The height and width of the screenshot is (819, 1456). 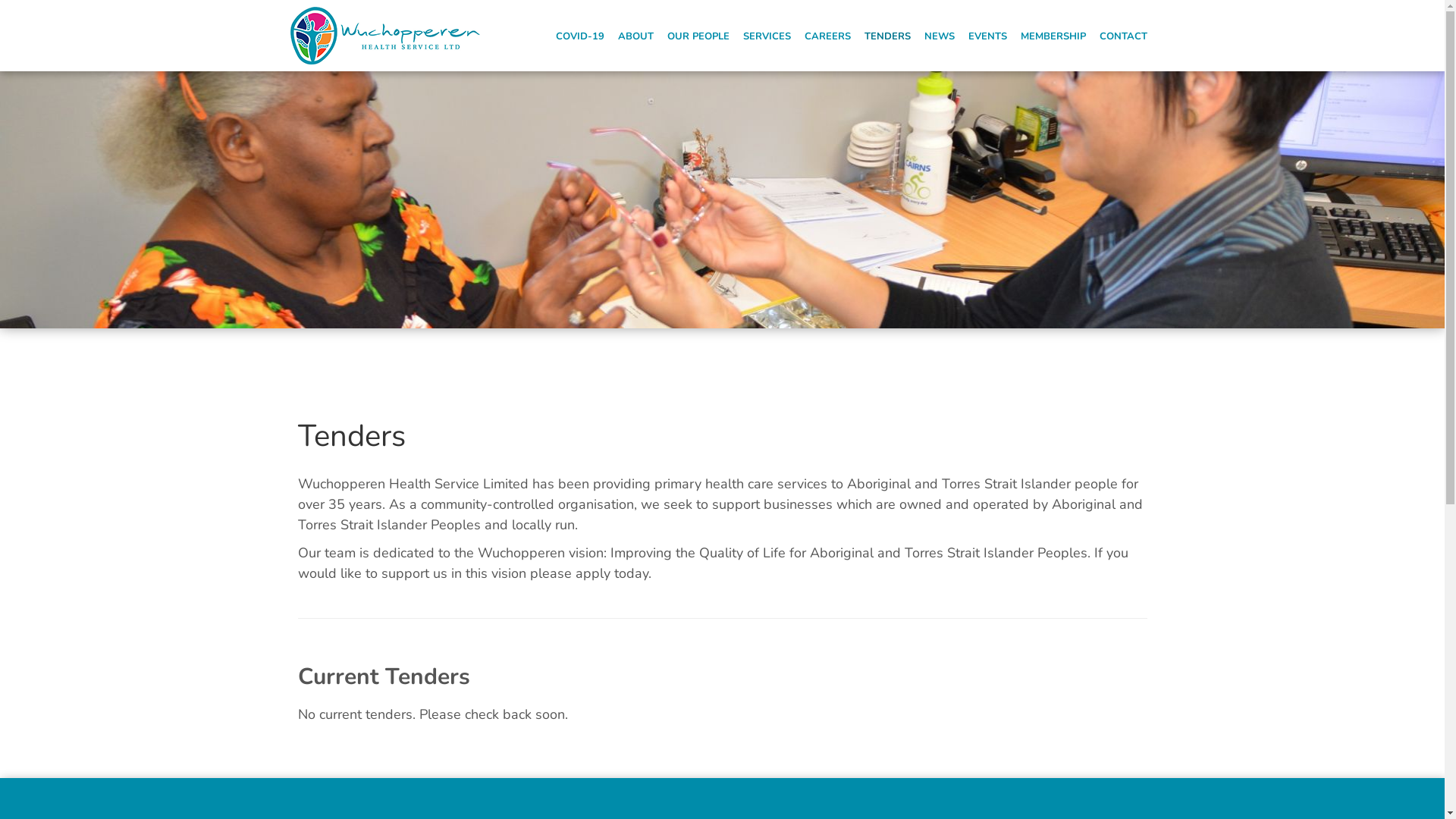 What do you see at coordinates (799, 35) in the screenshot?
I see `'CAREERS'` at bounding box center [799, 35].